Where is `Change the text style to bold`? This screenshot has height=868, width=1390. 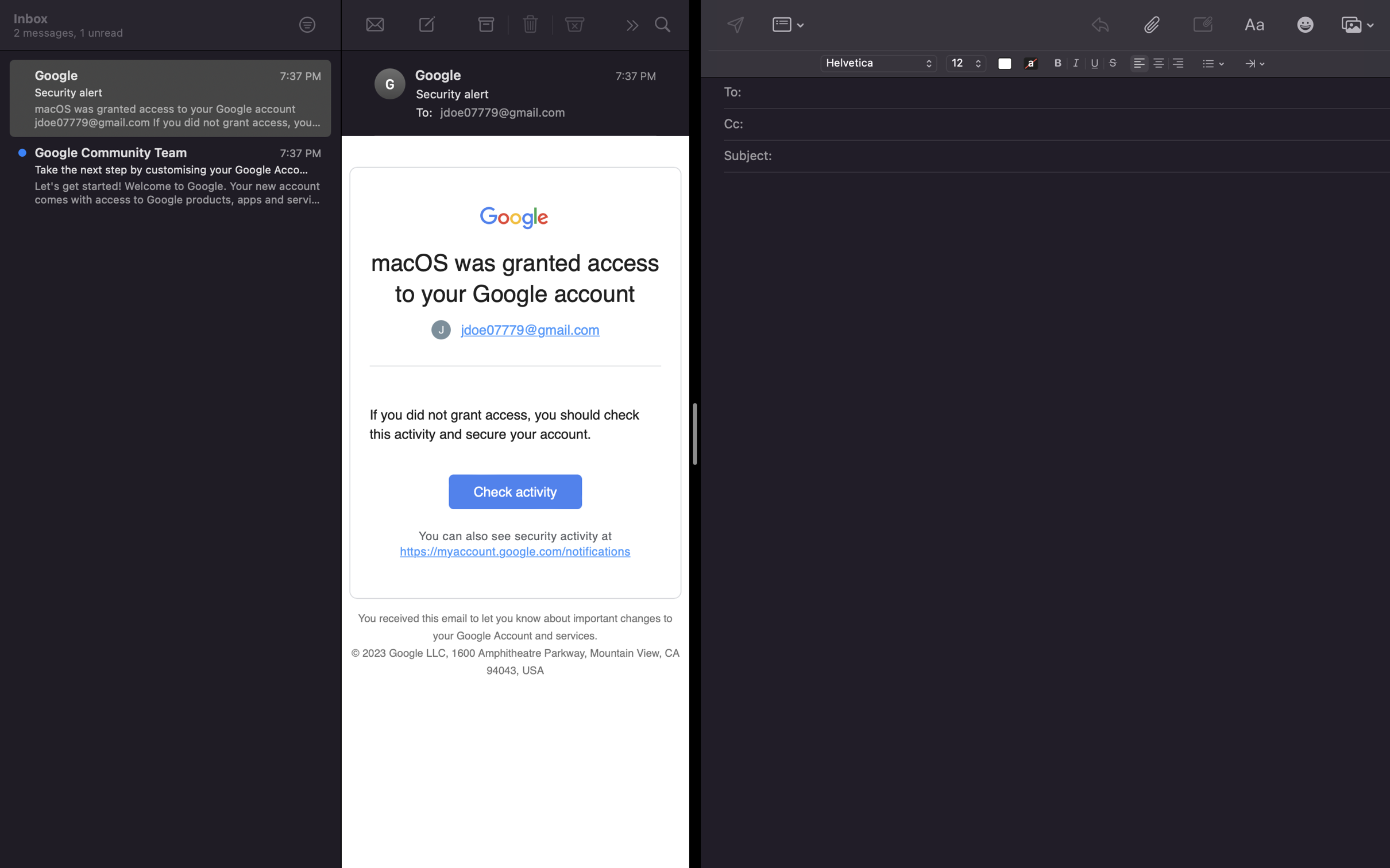 Change the text style to bold is located at coordinates (1058, 62).